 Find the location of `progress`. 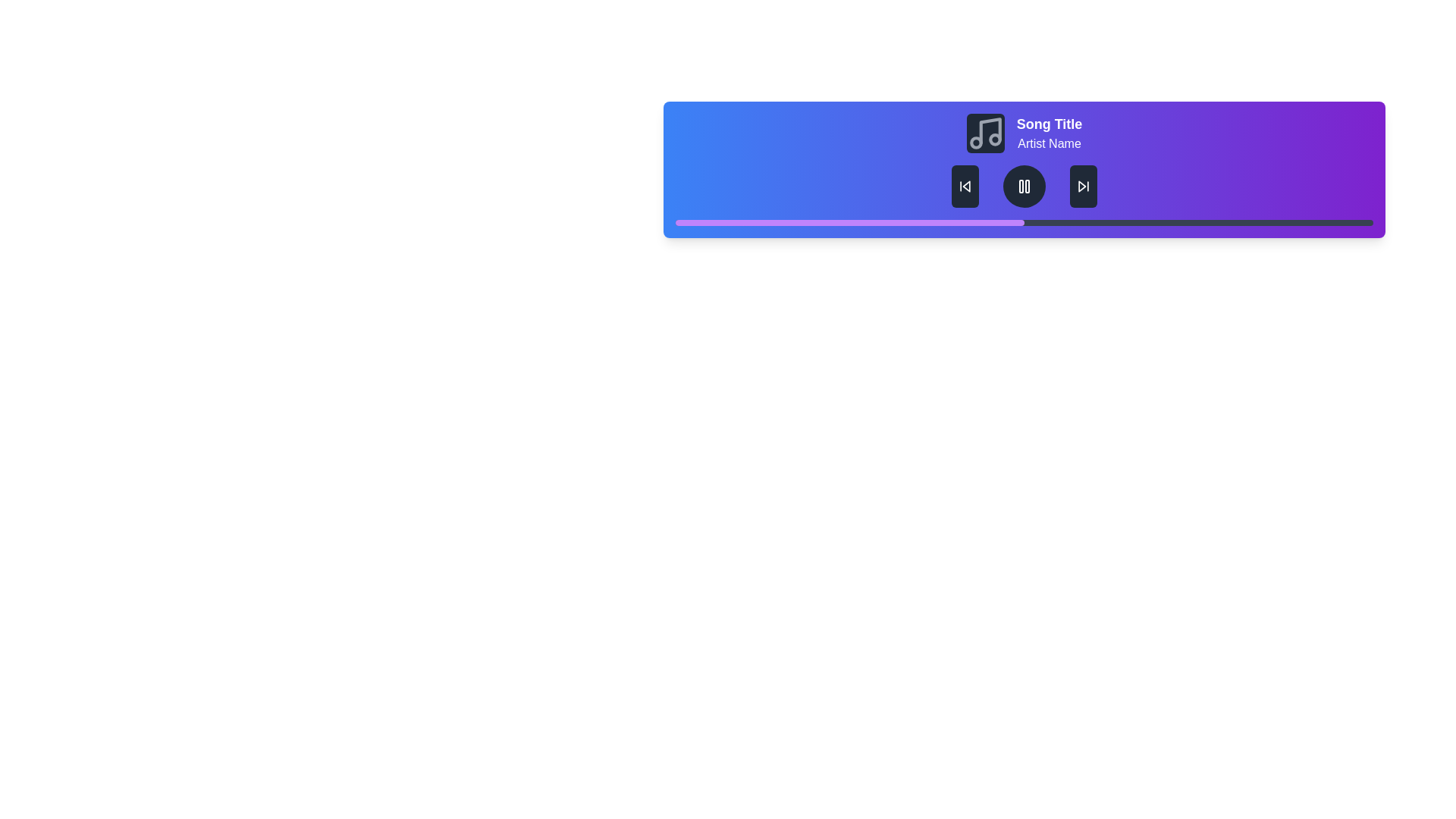

progress is located at coordinates (1226, 222).